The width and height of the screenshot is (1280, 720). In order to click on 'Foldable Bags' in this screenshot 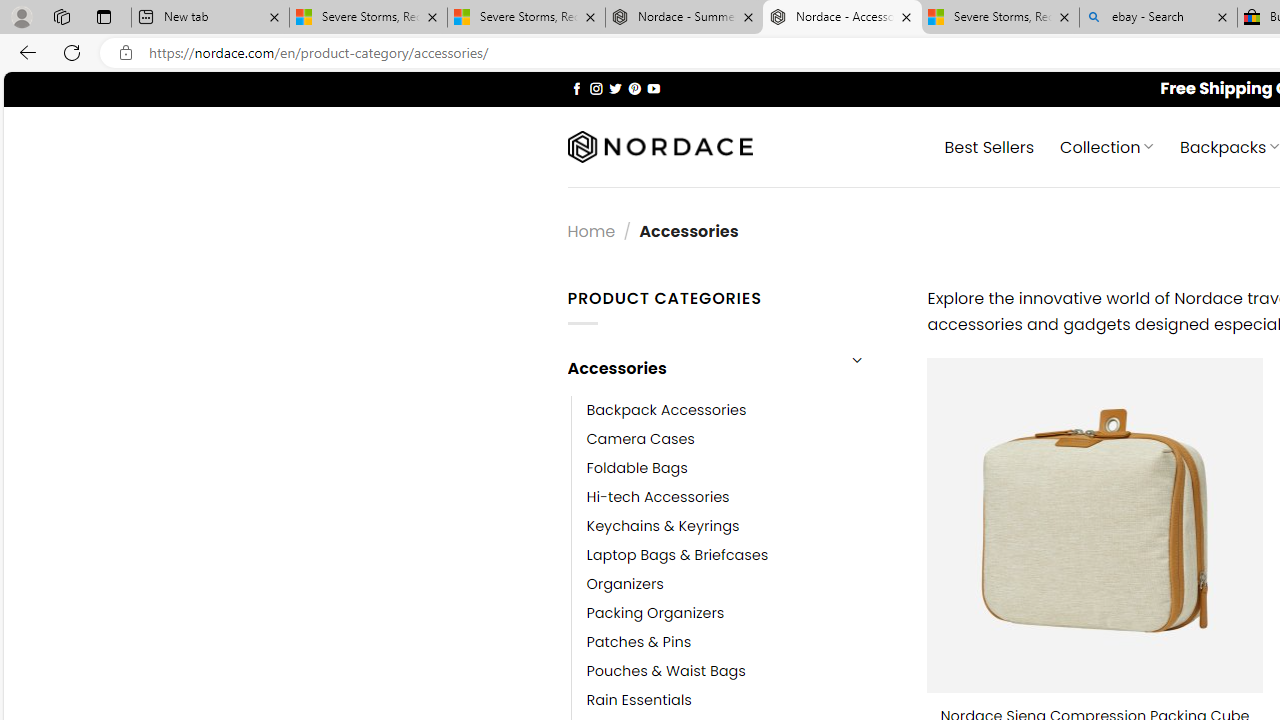, I will do `click(636, 468)`.